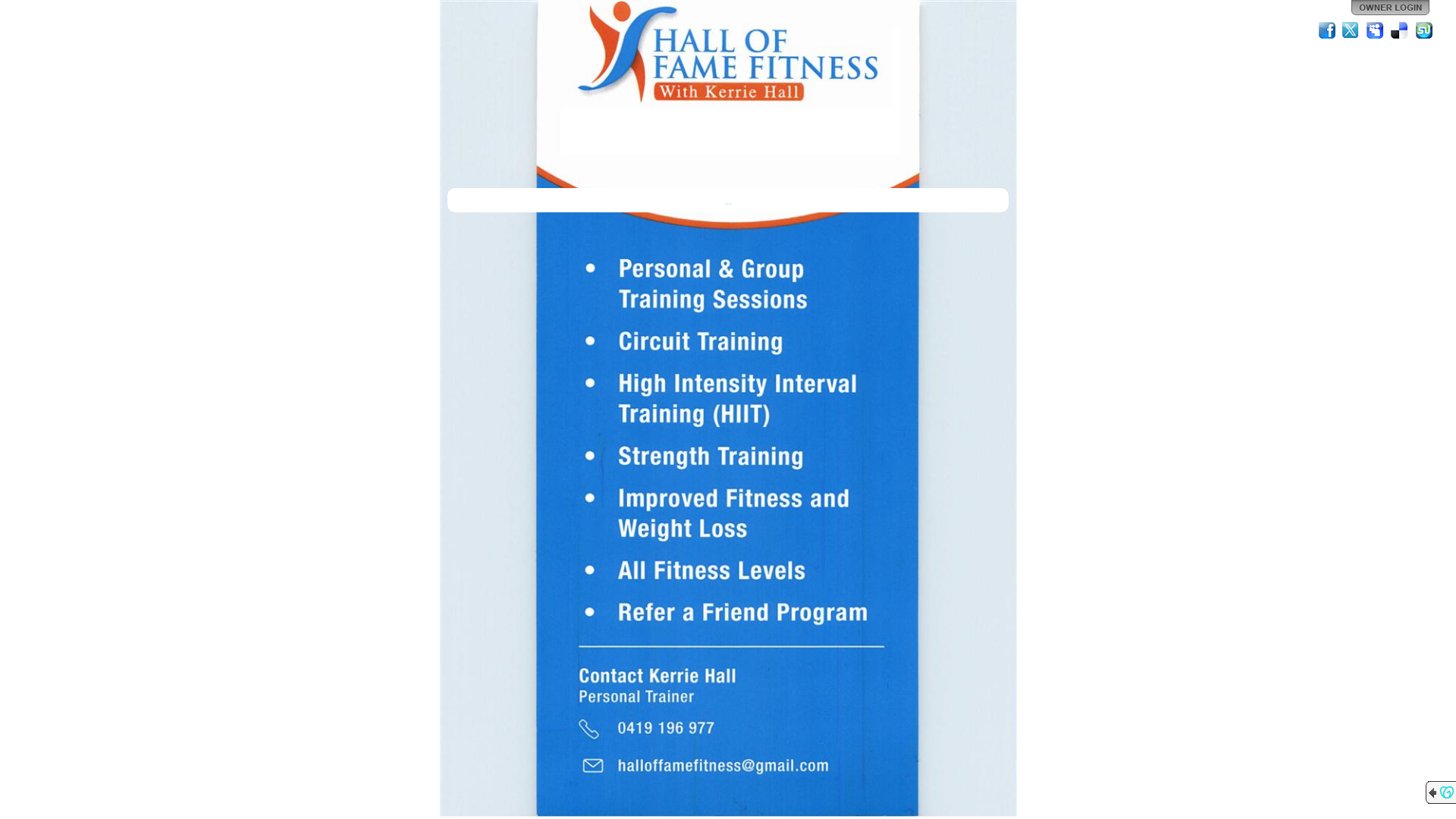 The image size is (1456, 819). What do you see at coordinates (1351, 30) in the screenshot?
I see `'Twitter'` at bounding box center [1351, 30].